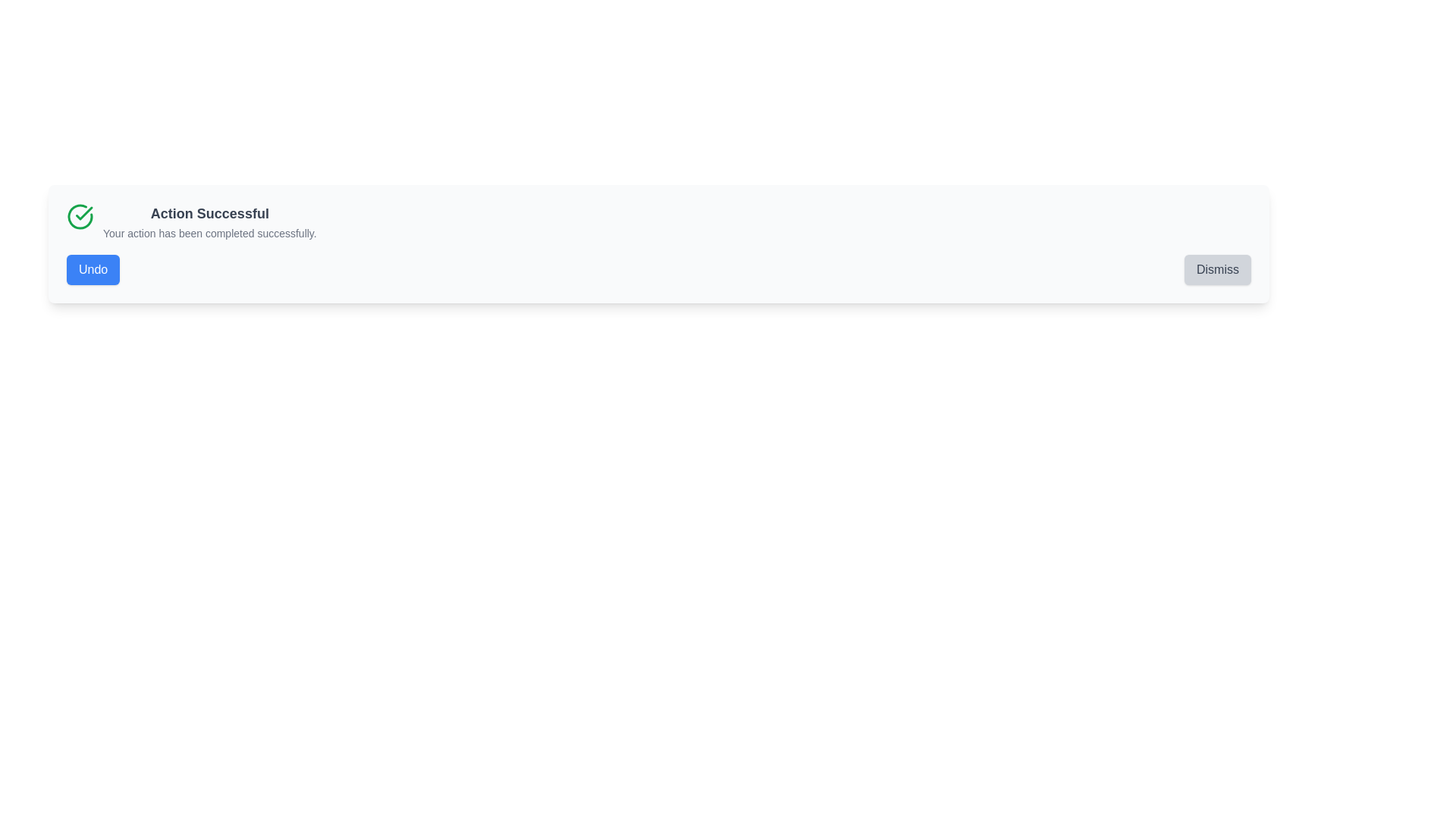 This screenshot has height=819, width=1456. I want to click on the success icon located at the top left edge of the notification text block that precedes the text 'Action Successful', so click(79, 216).